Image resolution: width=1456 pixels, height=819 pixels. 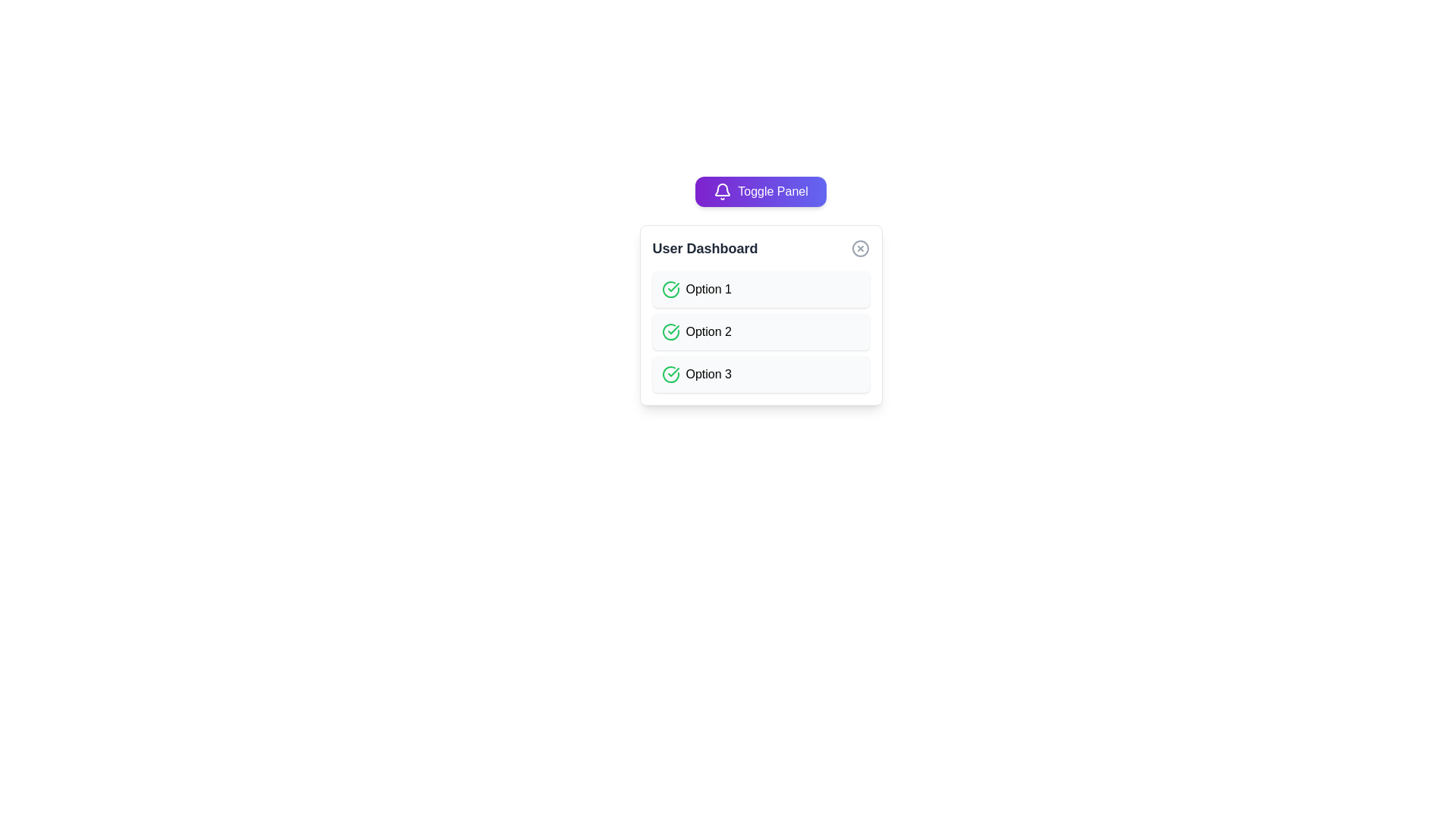 What do you see at coordinates (761, 315) in the screenshot?
I see `the 'User Dashboard' panel which has a white background, rounded corners, and contains options with green checkmarks` at bounding box center [761, 315].